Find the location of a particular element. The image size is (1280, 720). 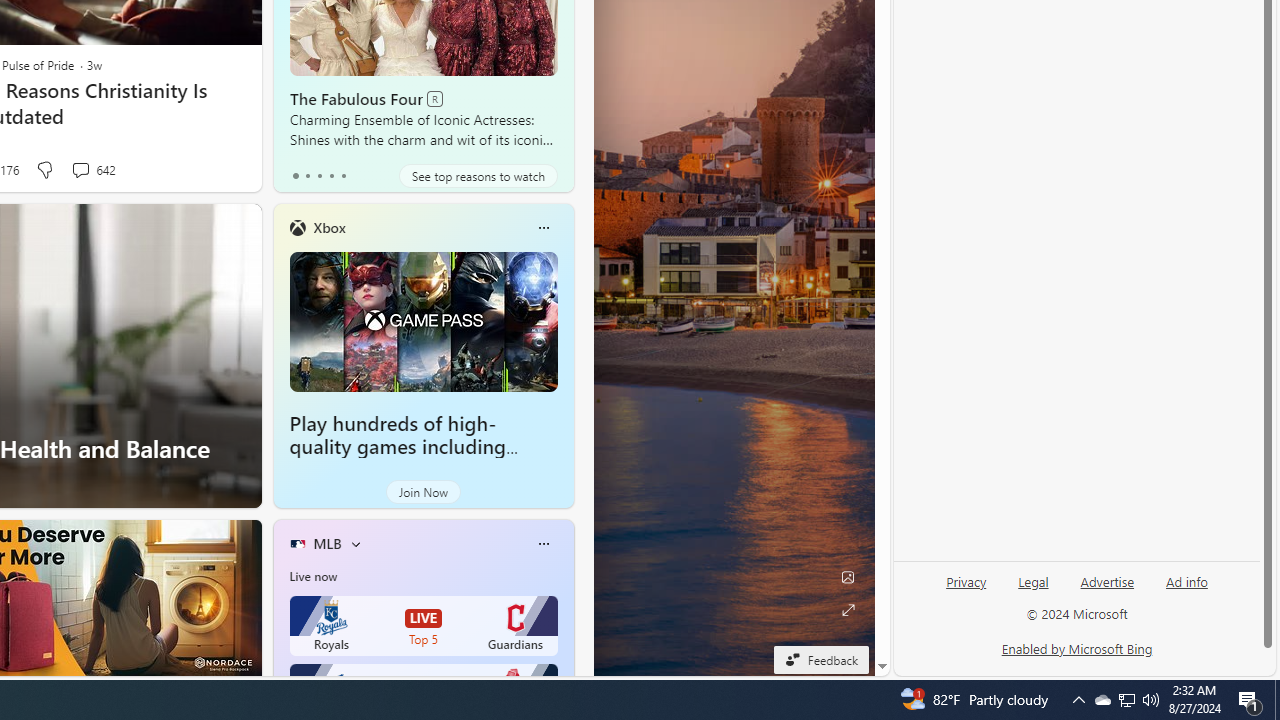

'See top reasons to watch' is located at coordinates (477, 175).